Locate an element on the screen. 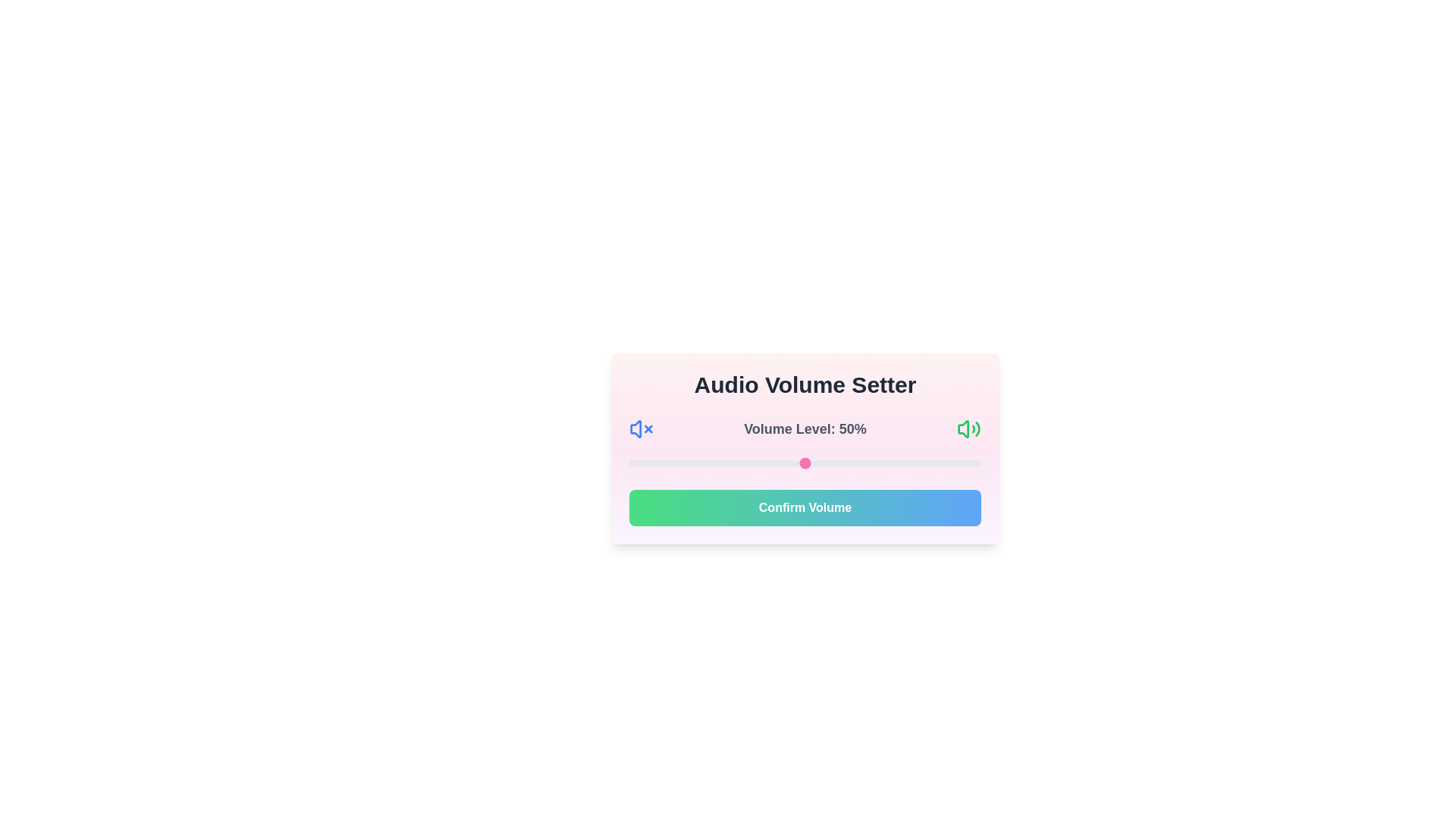 Image resolution: width=1456 pixels, height=819 pixels. the current status of the volume as displayed on the 'Audio Volume Setter' component, which includes a slider showing the volume level at 50% and a confirm button is located at coordinates (804, 447).